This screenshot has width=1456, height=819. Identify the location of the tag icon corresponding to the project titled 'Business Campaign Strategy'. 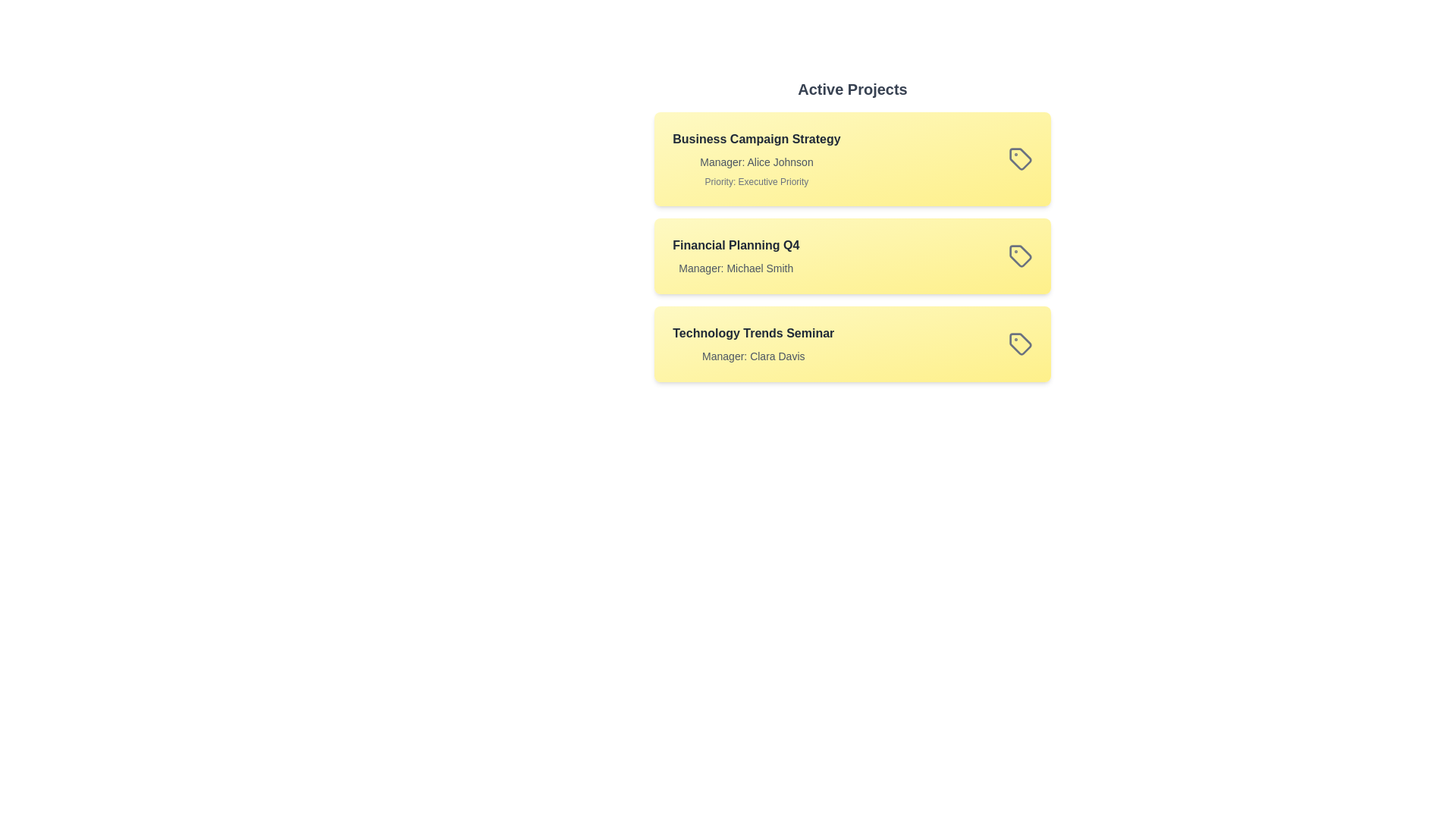
(1020, 158).